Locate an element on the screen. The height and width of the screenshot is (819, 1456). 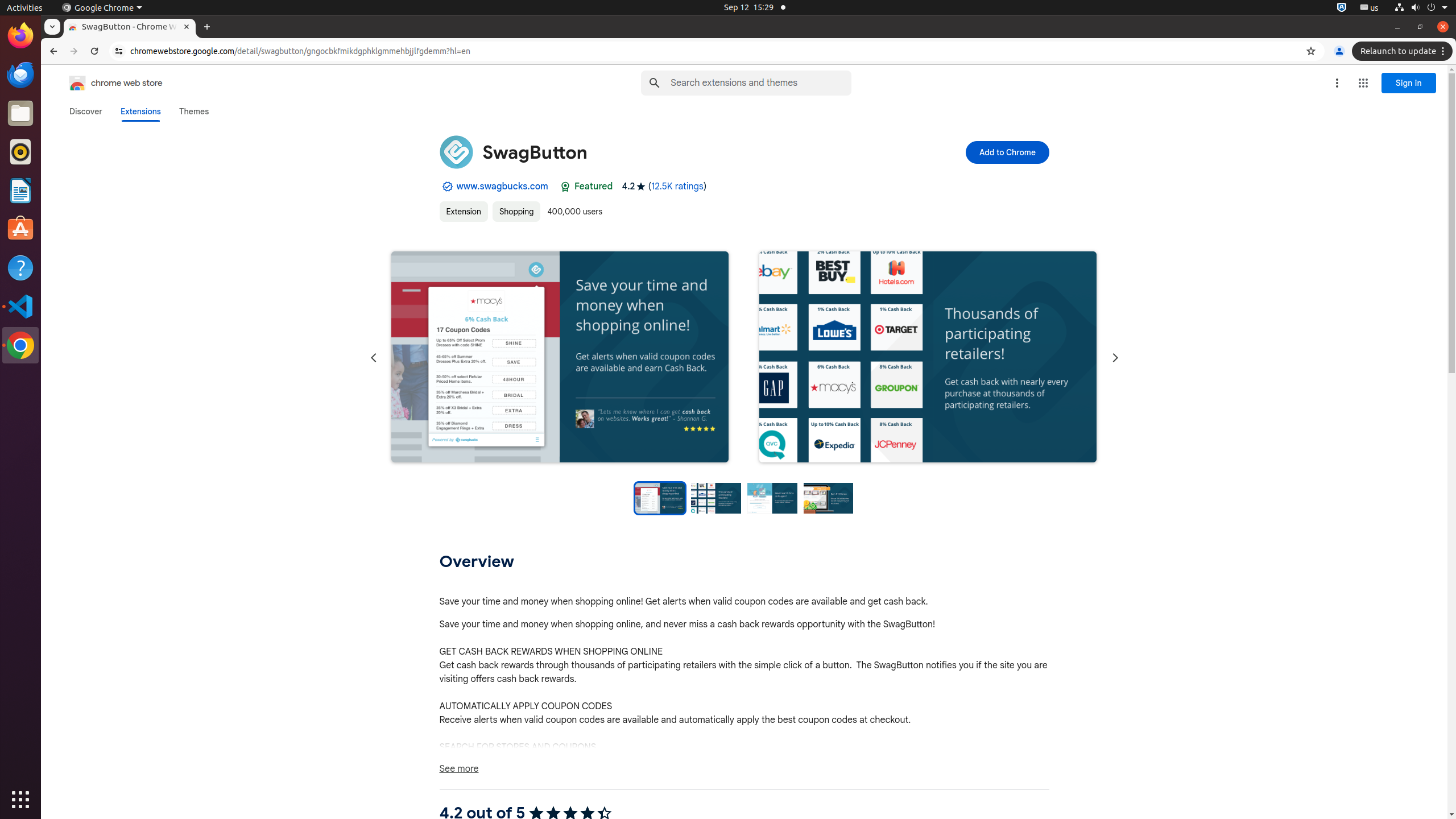
'Forward' is located at coordinates (74, 51).